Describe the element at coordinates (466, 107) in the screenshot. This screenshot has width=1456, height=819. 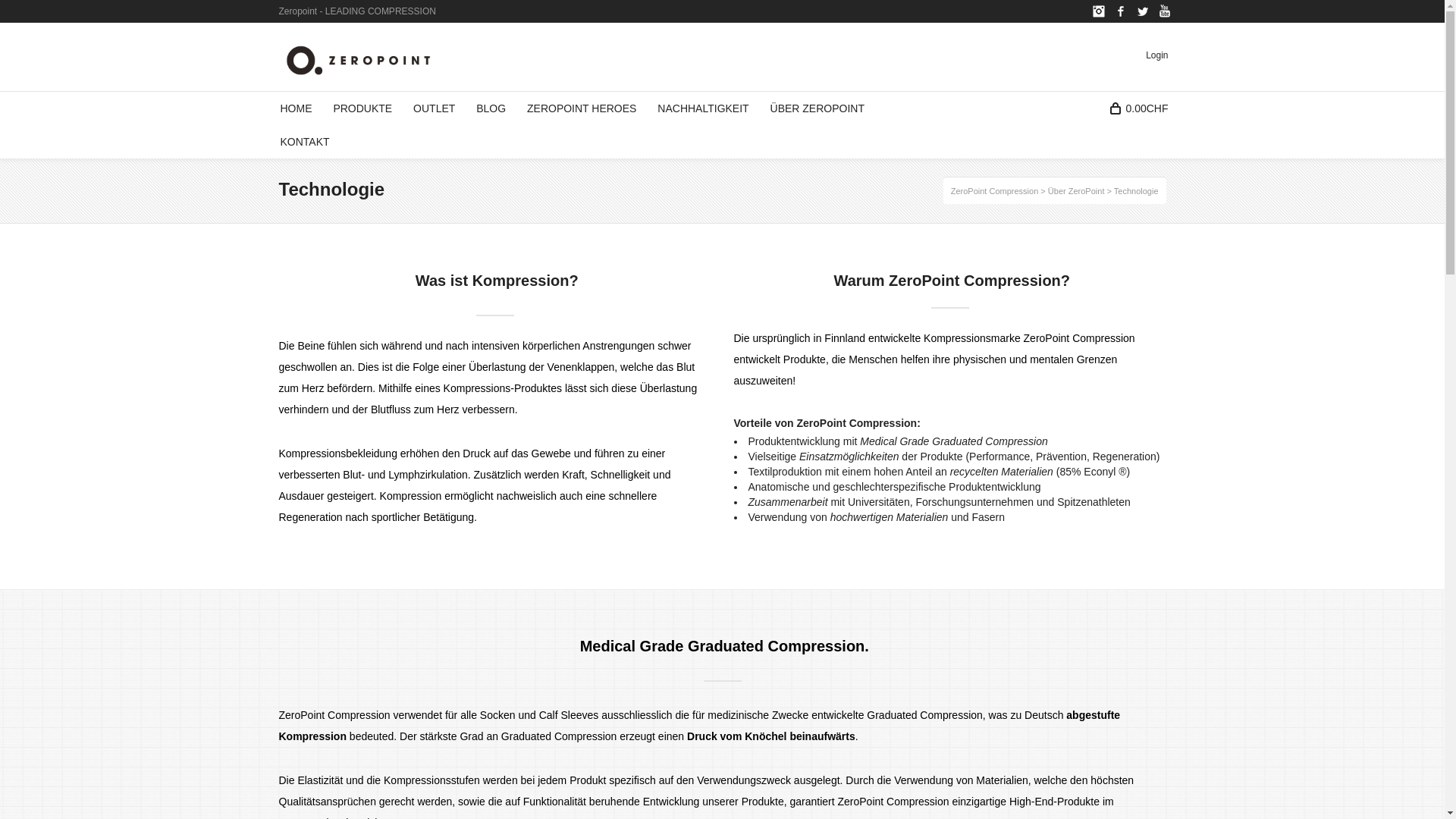
I see `'BLOG'` at that location.